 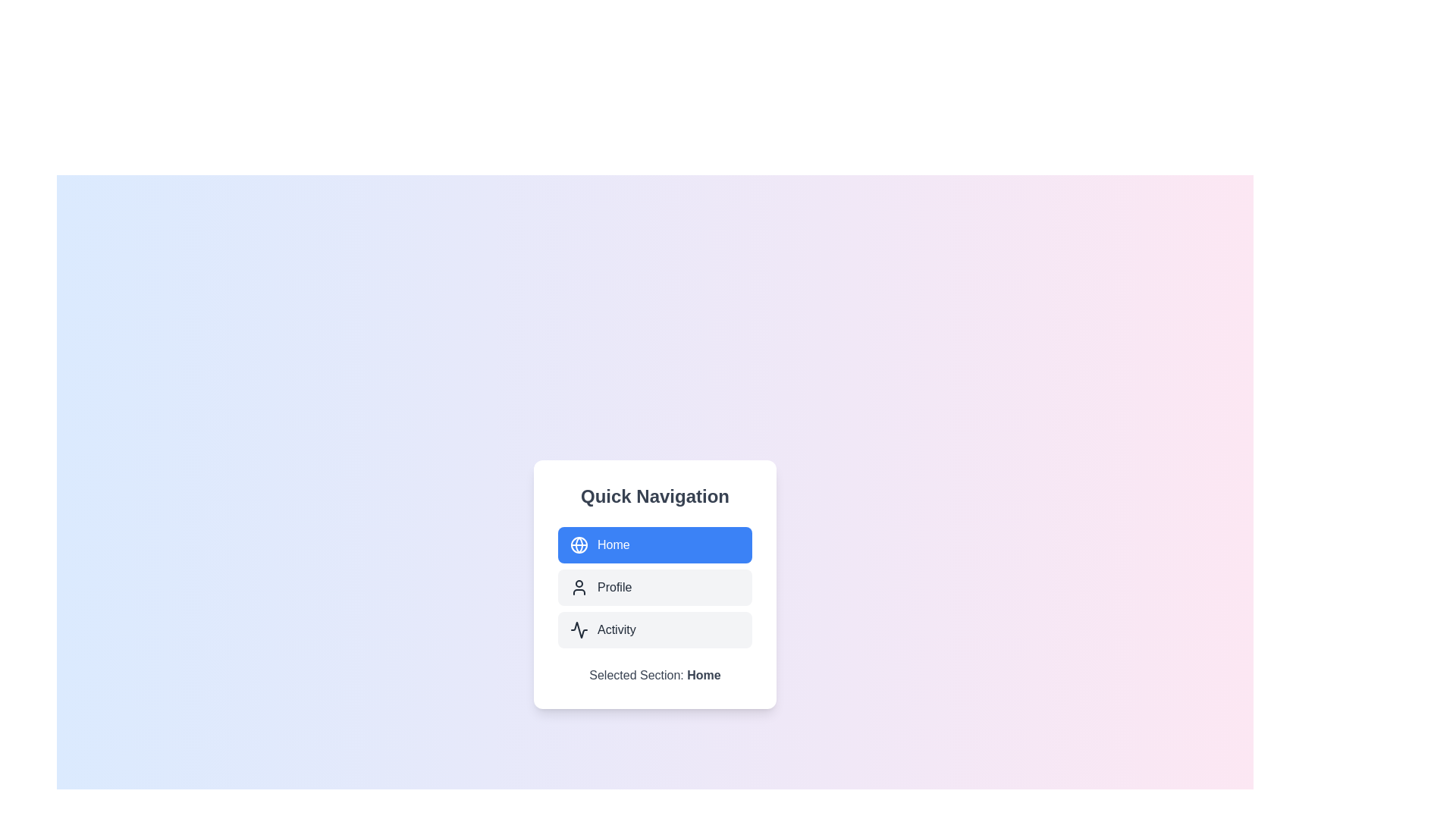 I want to click on the 'Profile' label in the 'Quick Navigation' section of the vertical navigation menu, positioned between 'Home' and 'Activity', so click(x=614, y=587).